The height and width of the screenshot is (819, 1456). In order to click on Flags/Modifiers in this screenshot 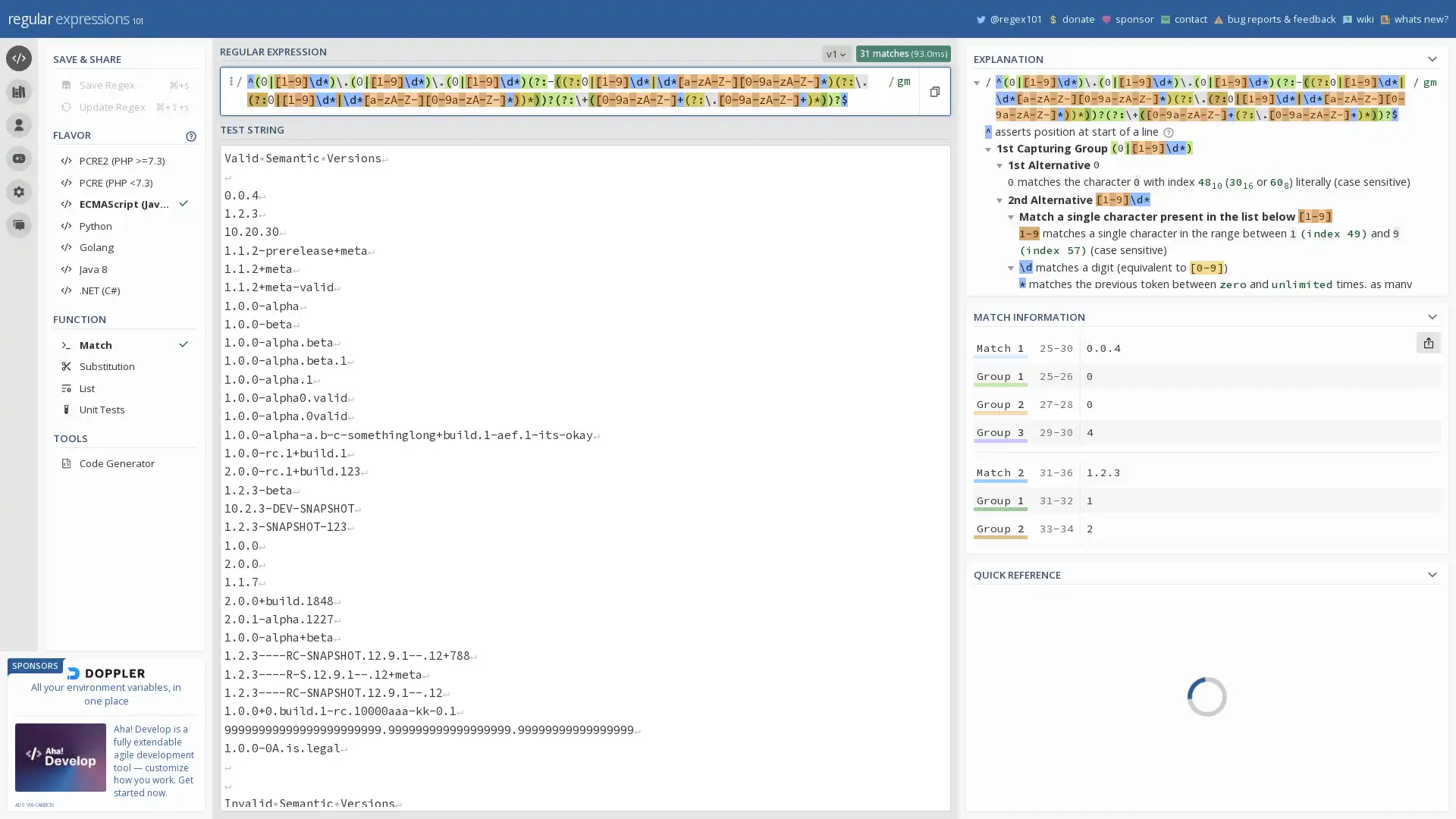, I will do `click(1044, 801)`.